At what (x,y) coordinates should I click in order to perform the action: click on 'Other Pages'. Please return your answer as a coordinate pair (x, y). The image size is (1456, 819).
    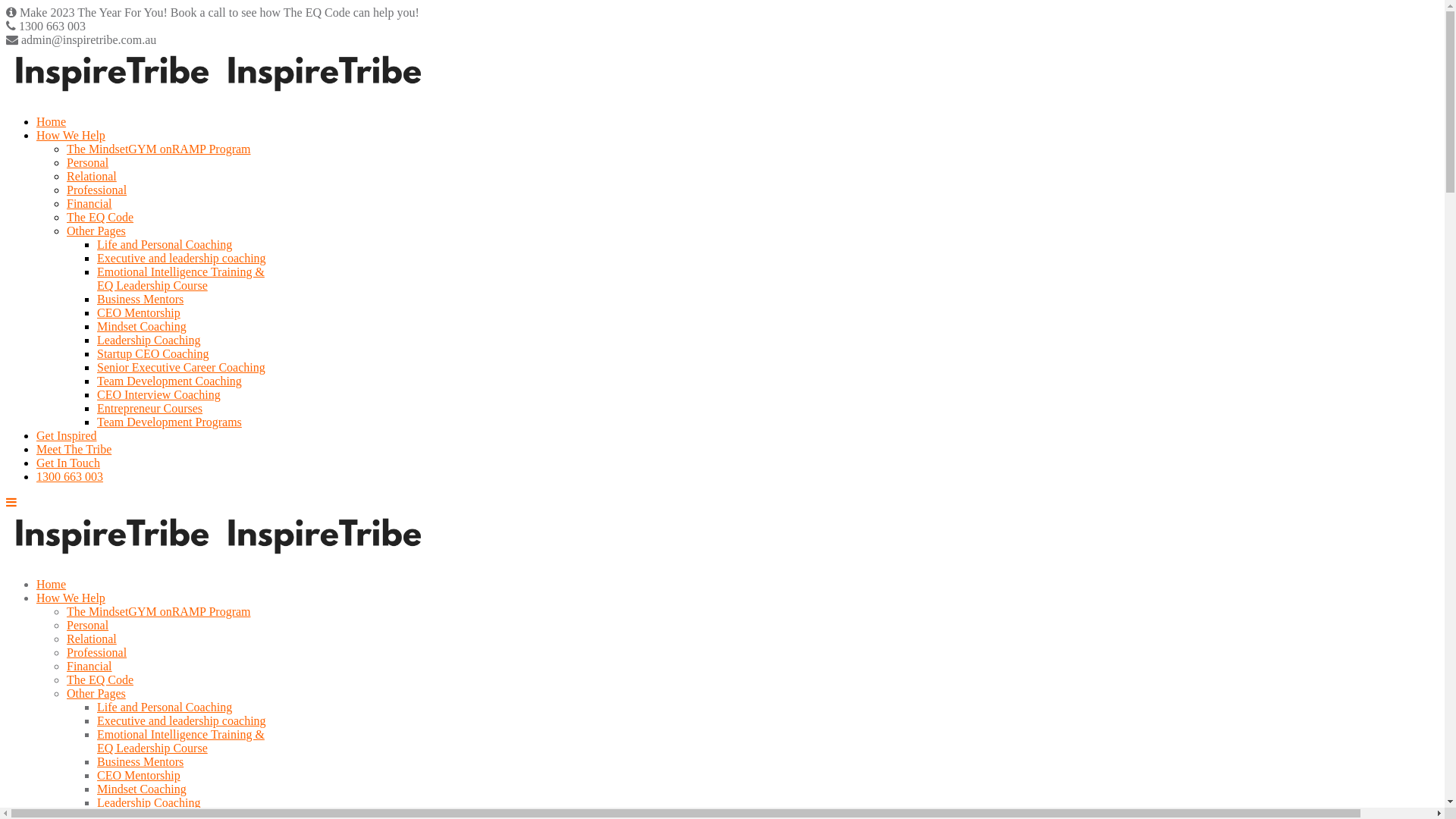
    Looking at the image, I should click on (95, 693).